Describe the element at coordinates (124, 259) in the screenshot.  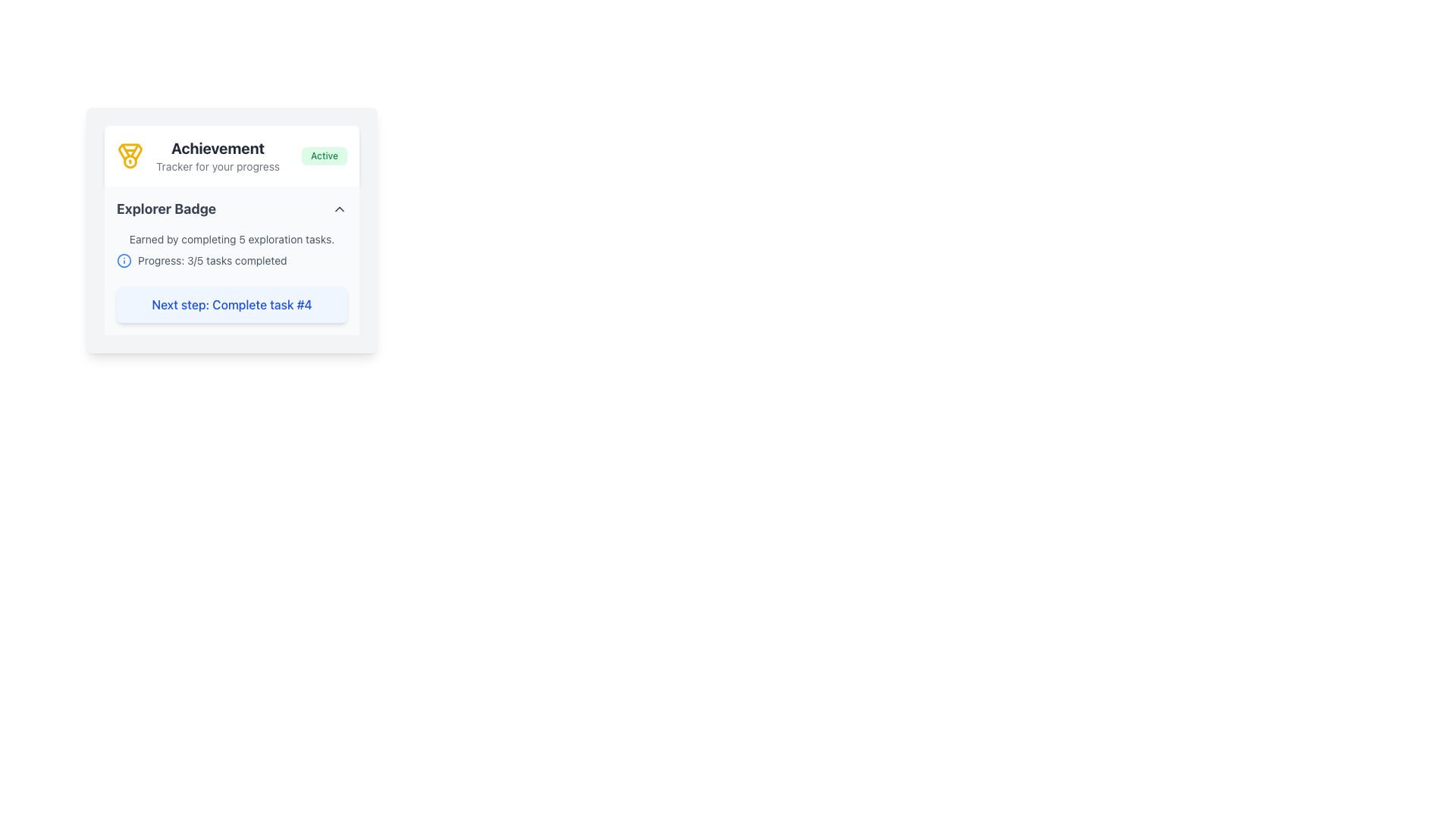
I see `the information icon located at the leftmost side of the text 'Progress: 3/5 tasks completed'` at that location.